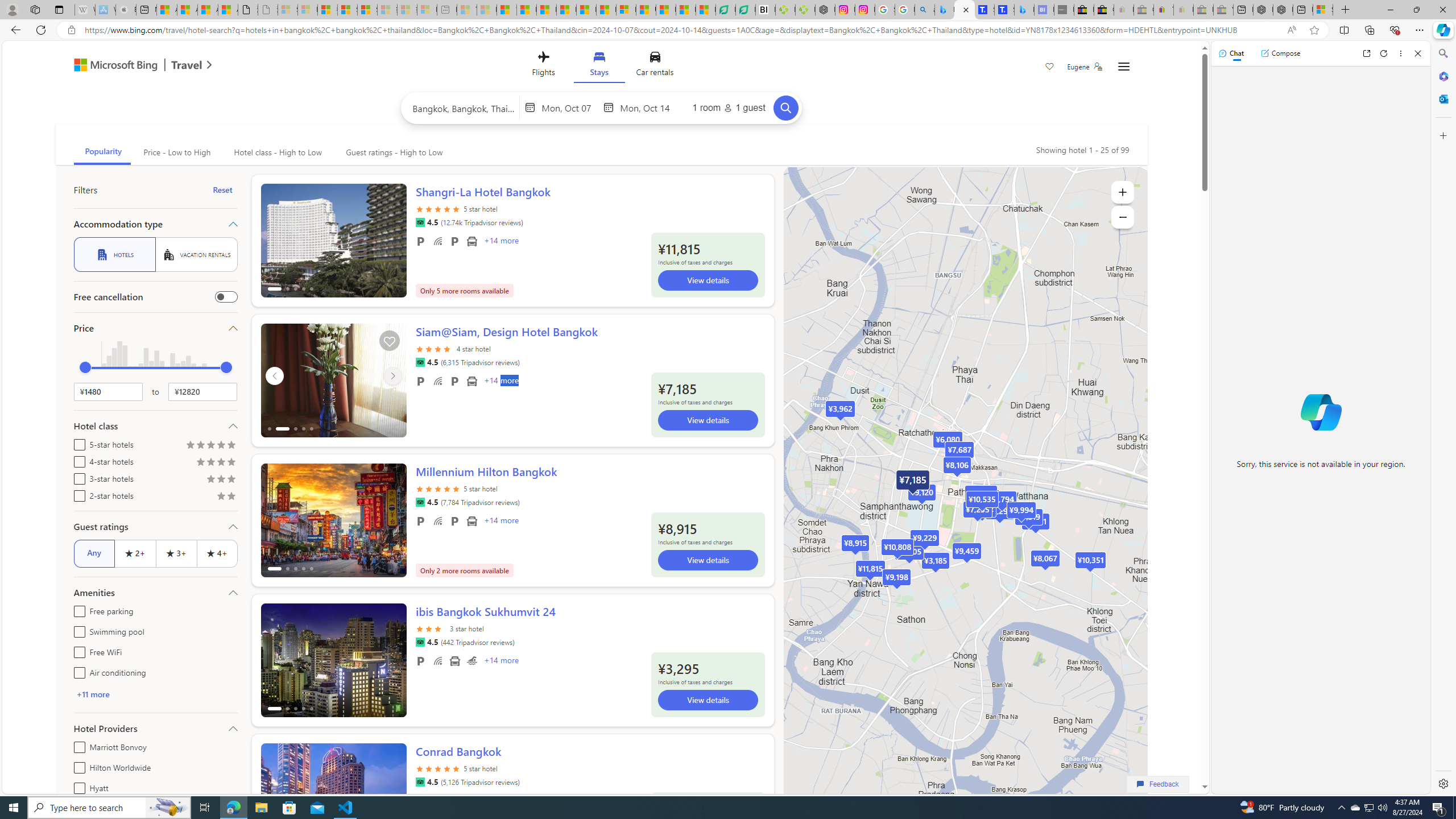 The height and width of the screenshot is (819, 1456). What do you see at coordinates (222, 189) in the screenshot?
I see `'Reset'` at bounding box center [222, 189].